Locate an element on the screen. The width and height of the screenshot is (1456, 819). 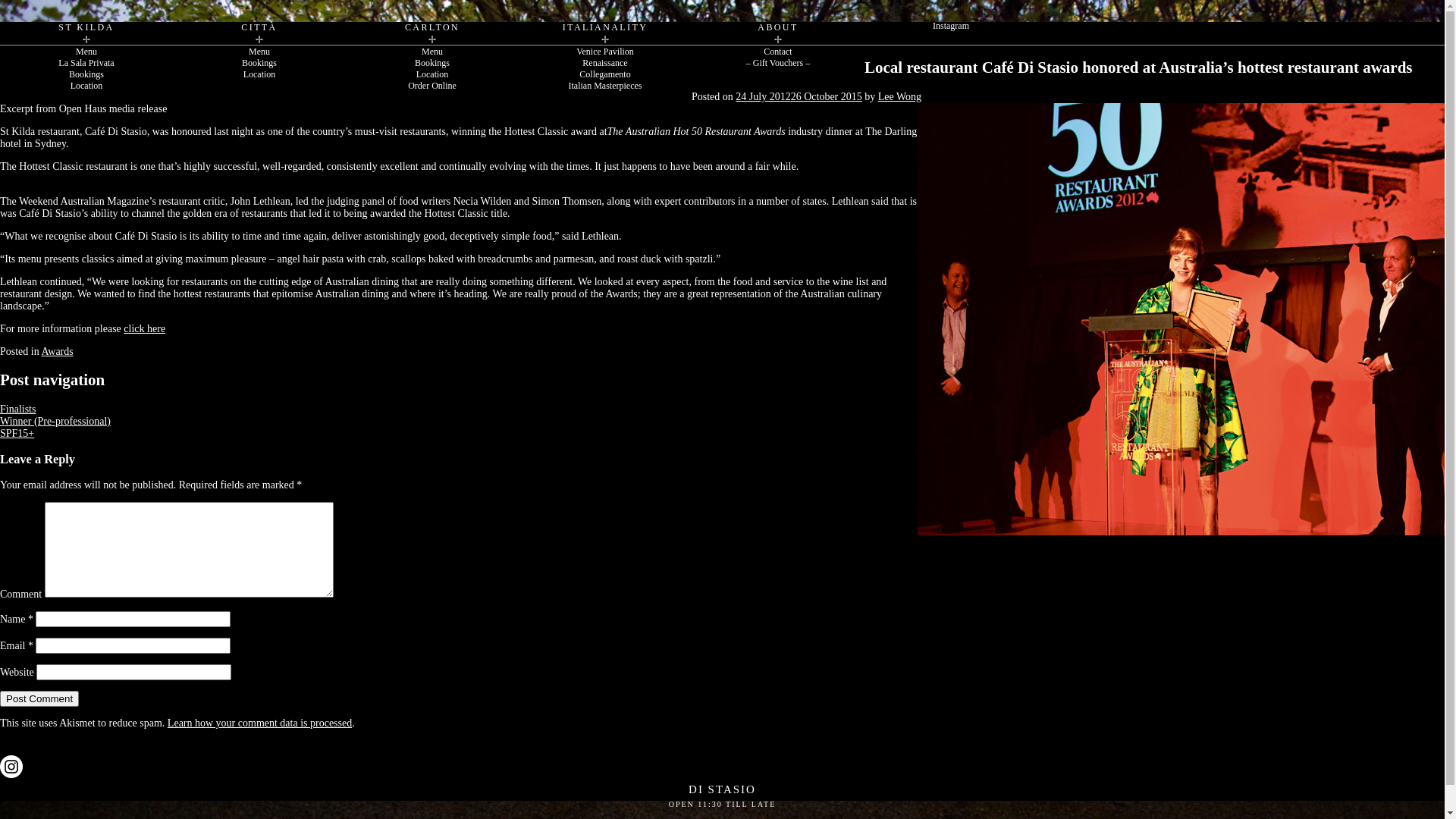
'Finalists' is located at coordinates (17, 408).